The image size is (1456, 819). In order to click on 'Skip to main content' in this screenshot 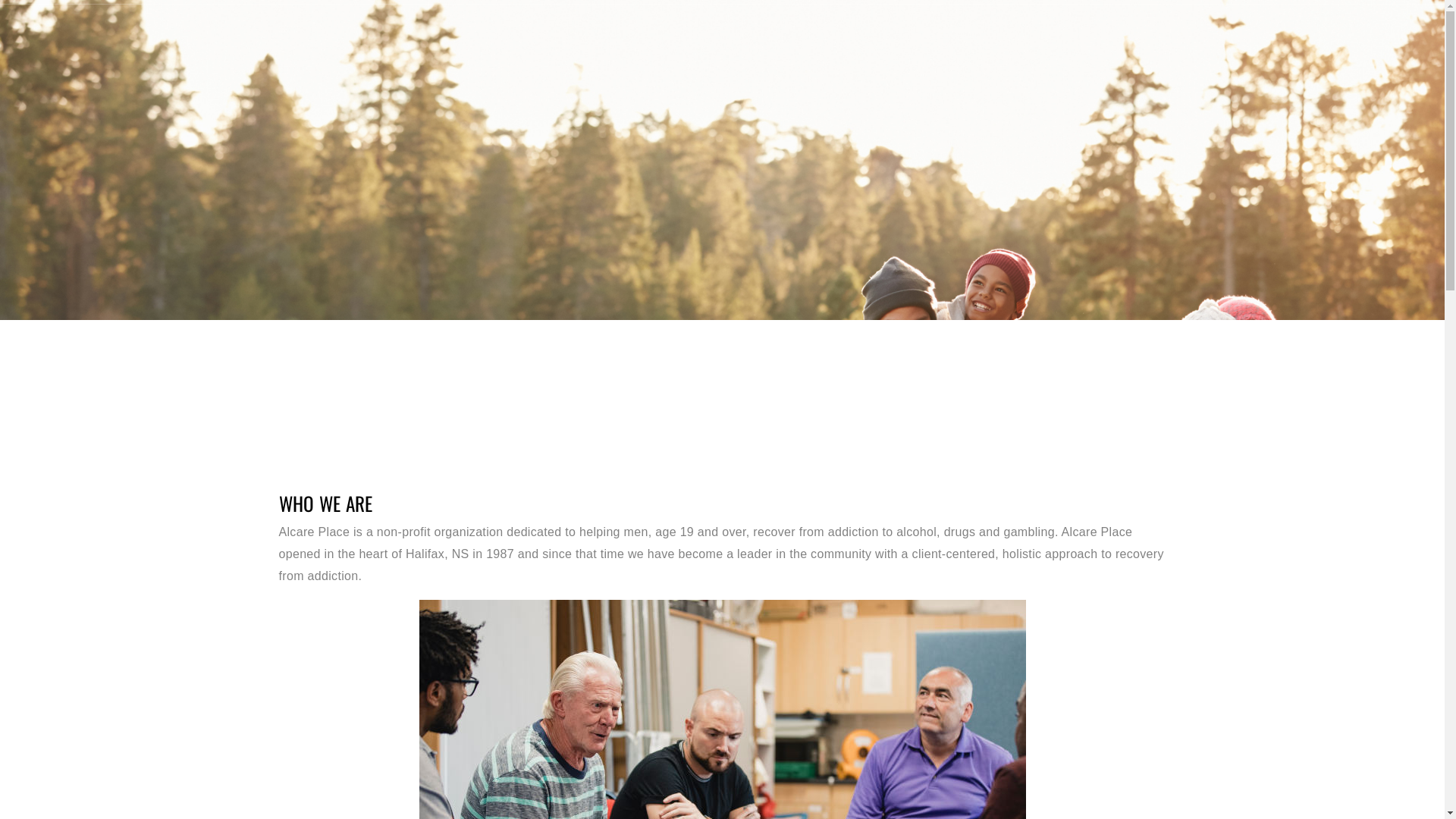, I will do `click(0, 0)`.